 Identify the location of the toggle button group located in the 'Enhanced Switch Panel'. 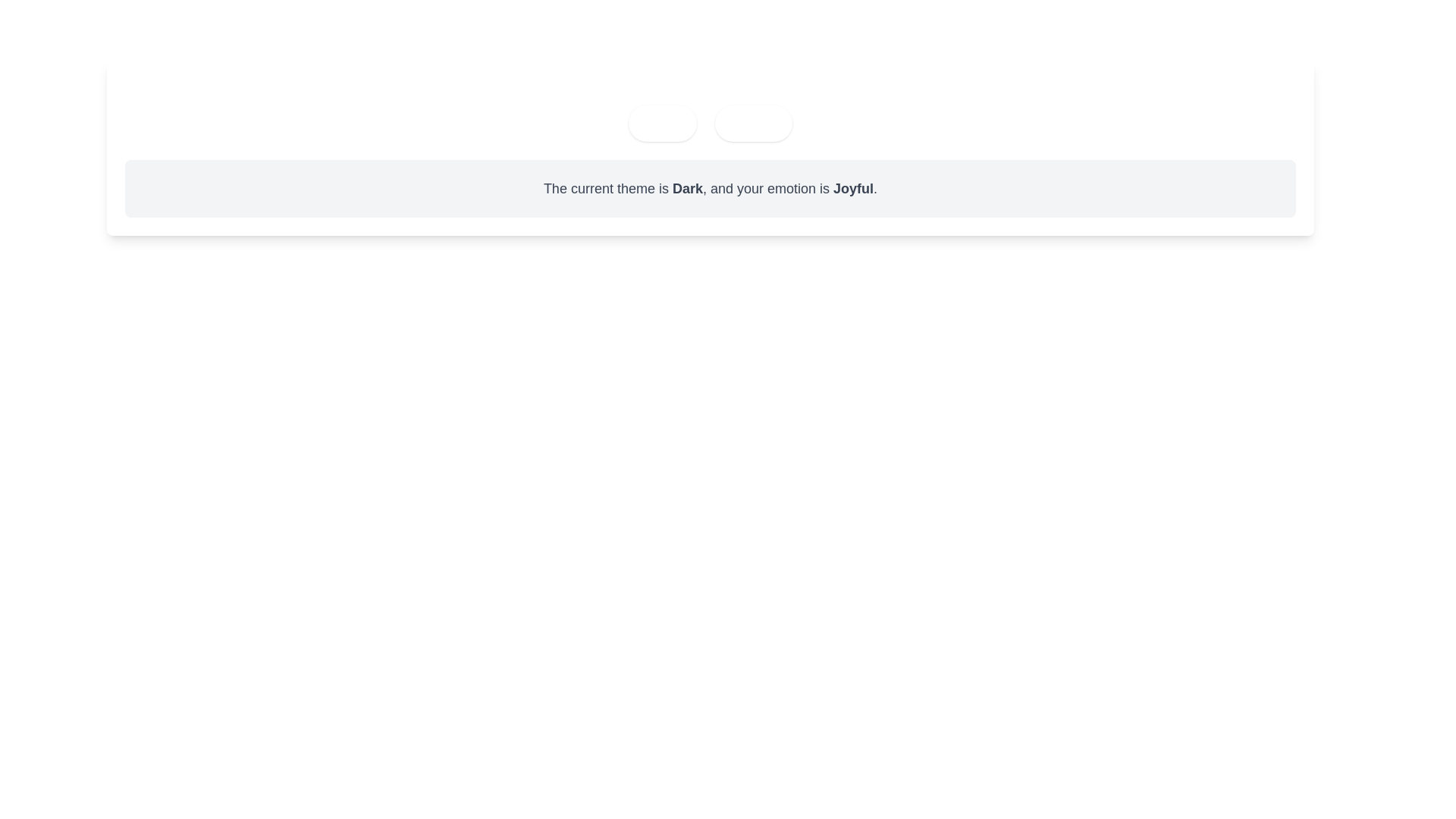
(709, 122).